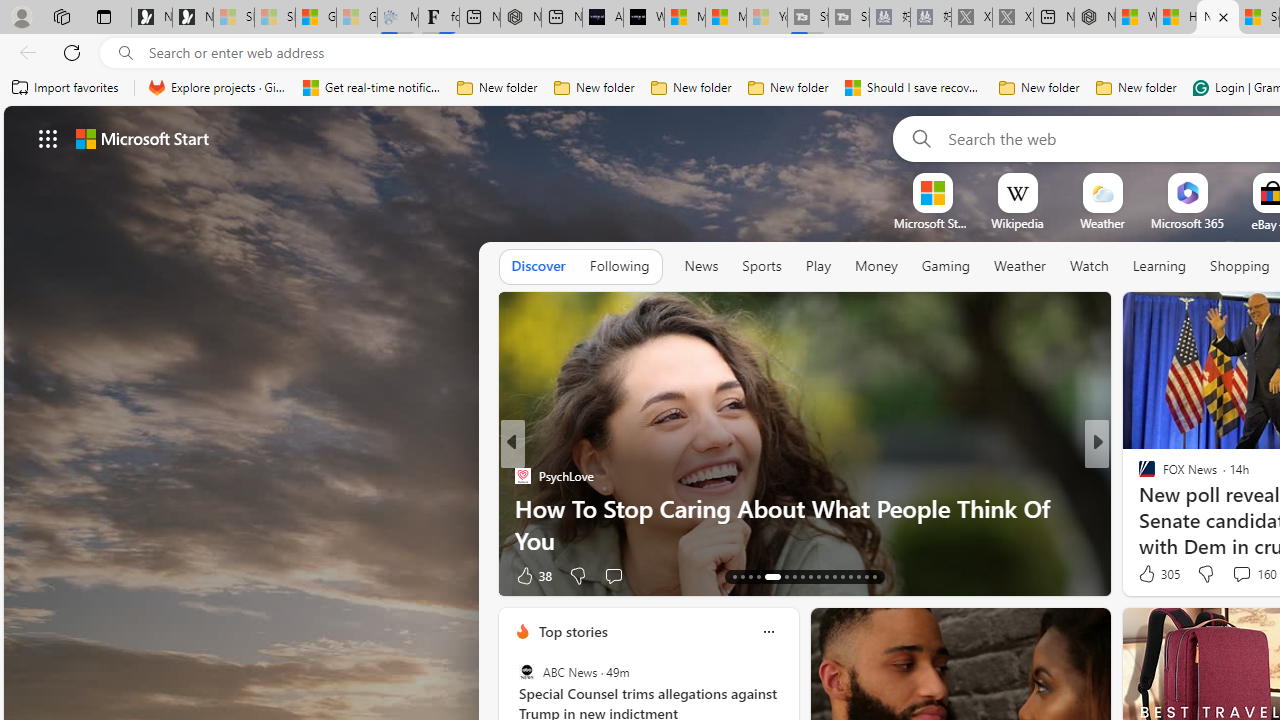 This screenshot has width=1280, height=720. I want to click on 'AutomationID: tab-25', so click(842, 577).